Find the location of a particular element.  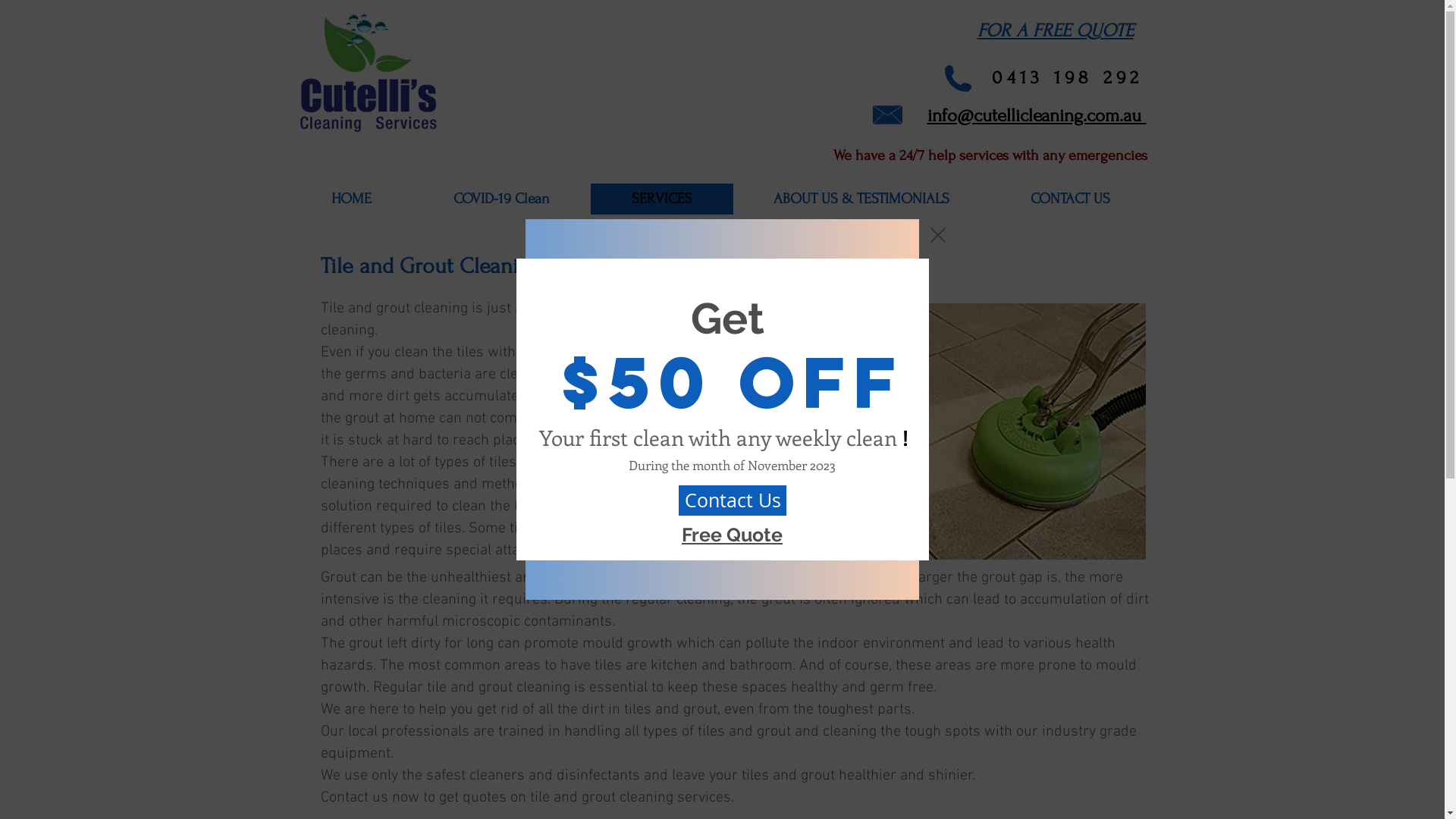

'ABOUT US & TESTIMONIALS' is located at coordinates (861, 198).